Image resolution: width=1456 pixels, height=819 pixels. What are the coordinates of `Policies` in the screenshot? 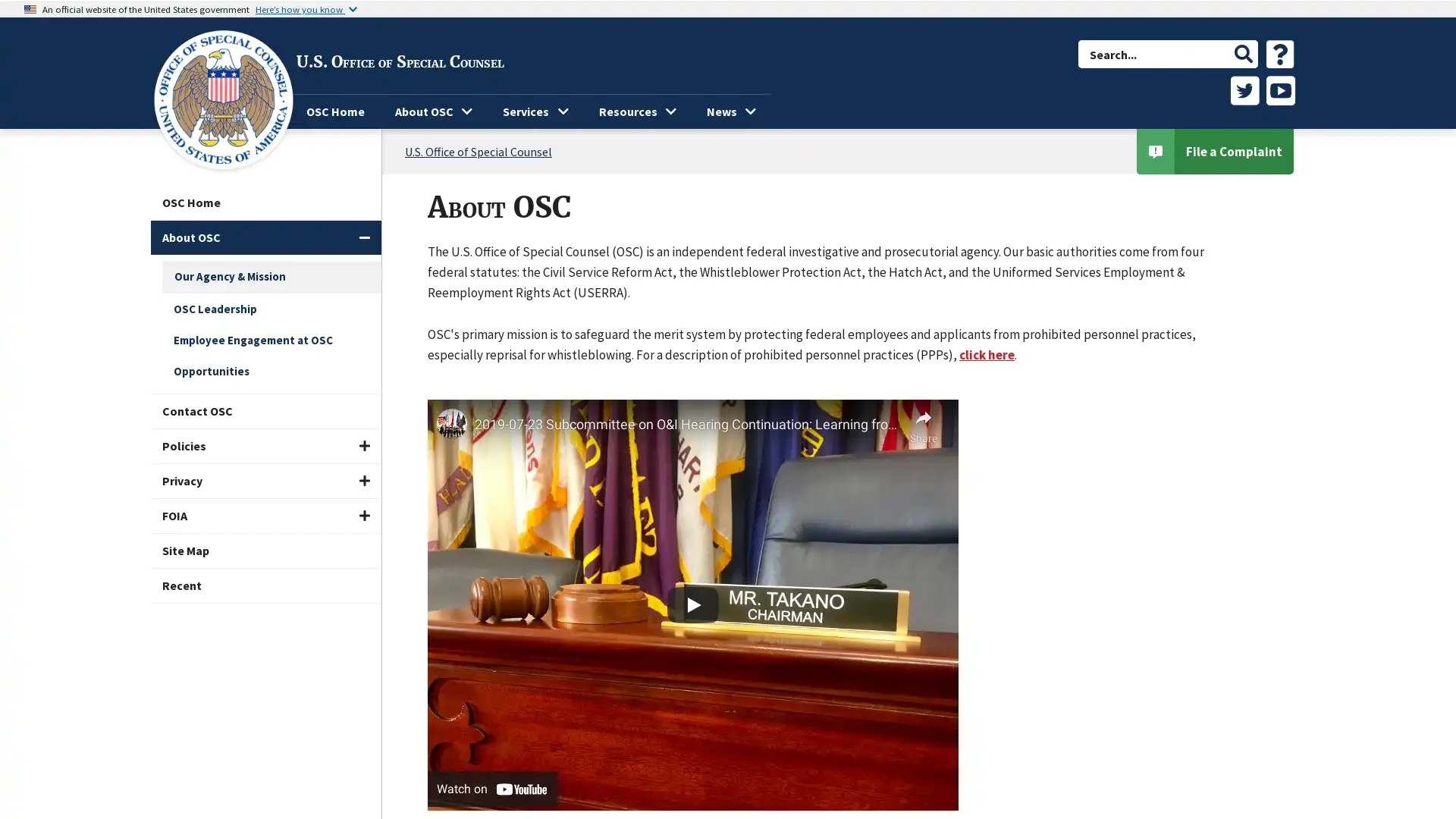 It's located at (265, 445).